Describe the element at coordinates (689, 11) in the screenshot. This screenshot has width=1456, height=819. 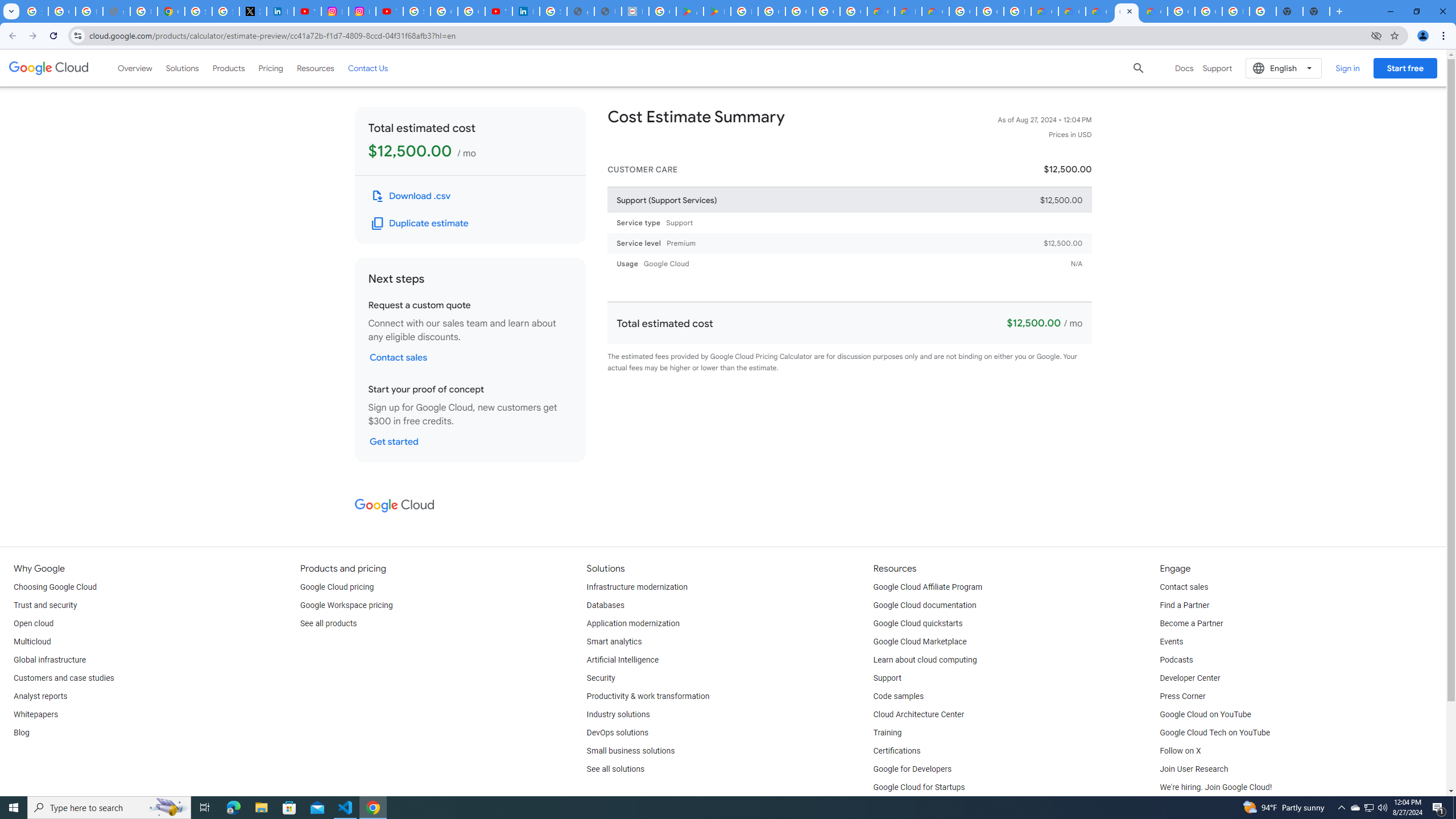
I see `'Android Apps on Google Play'` at that location.